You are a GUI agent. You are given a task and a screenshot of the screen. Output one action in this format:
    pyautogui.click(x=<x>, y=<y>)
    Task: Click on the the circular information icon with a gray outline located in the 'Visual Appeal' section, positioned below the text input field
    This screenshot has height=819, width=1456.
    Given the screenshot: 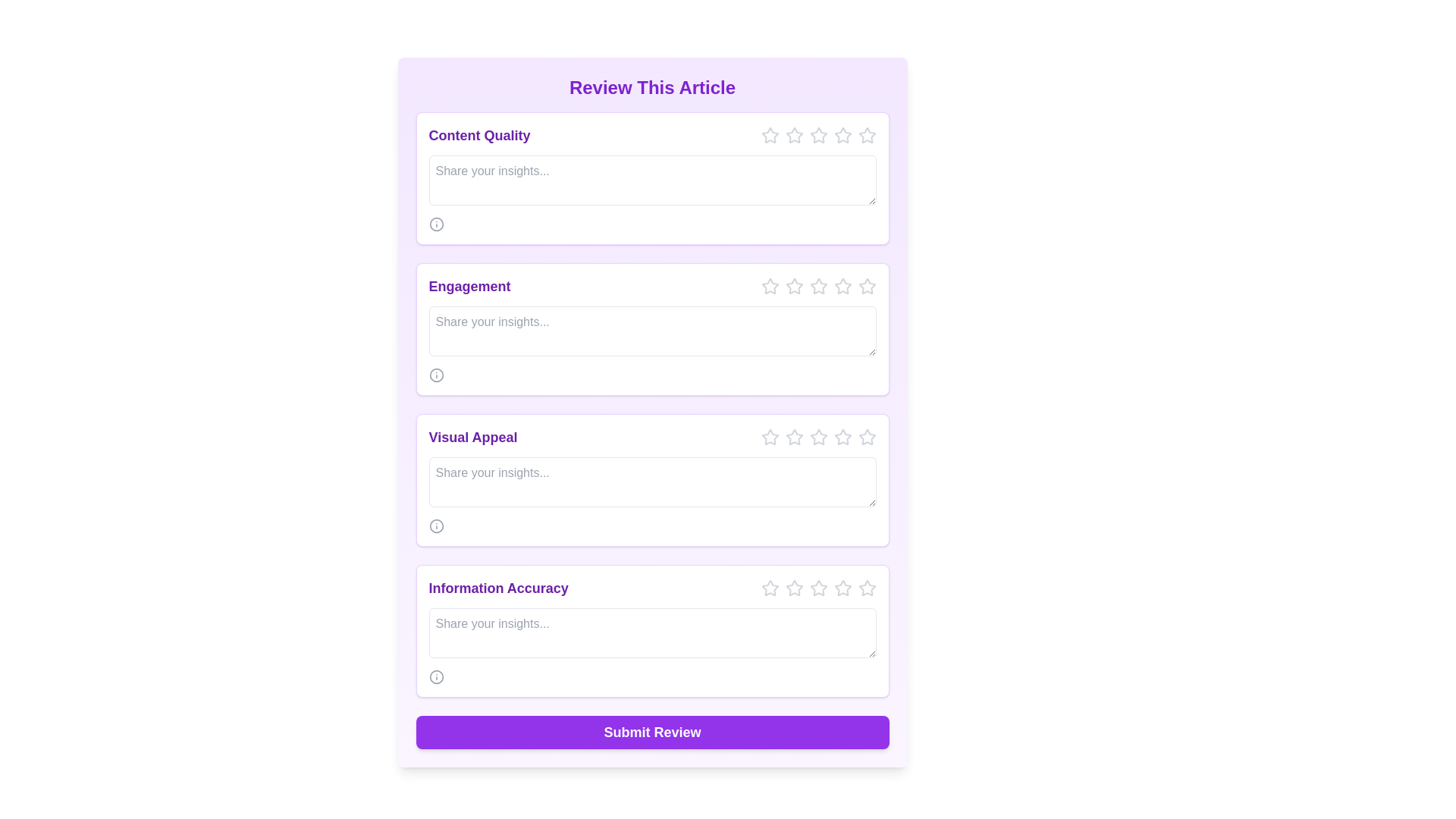 What is the action you would take?
    pyautogui.click(x=435, y=526)
    